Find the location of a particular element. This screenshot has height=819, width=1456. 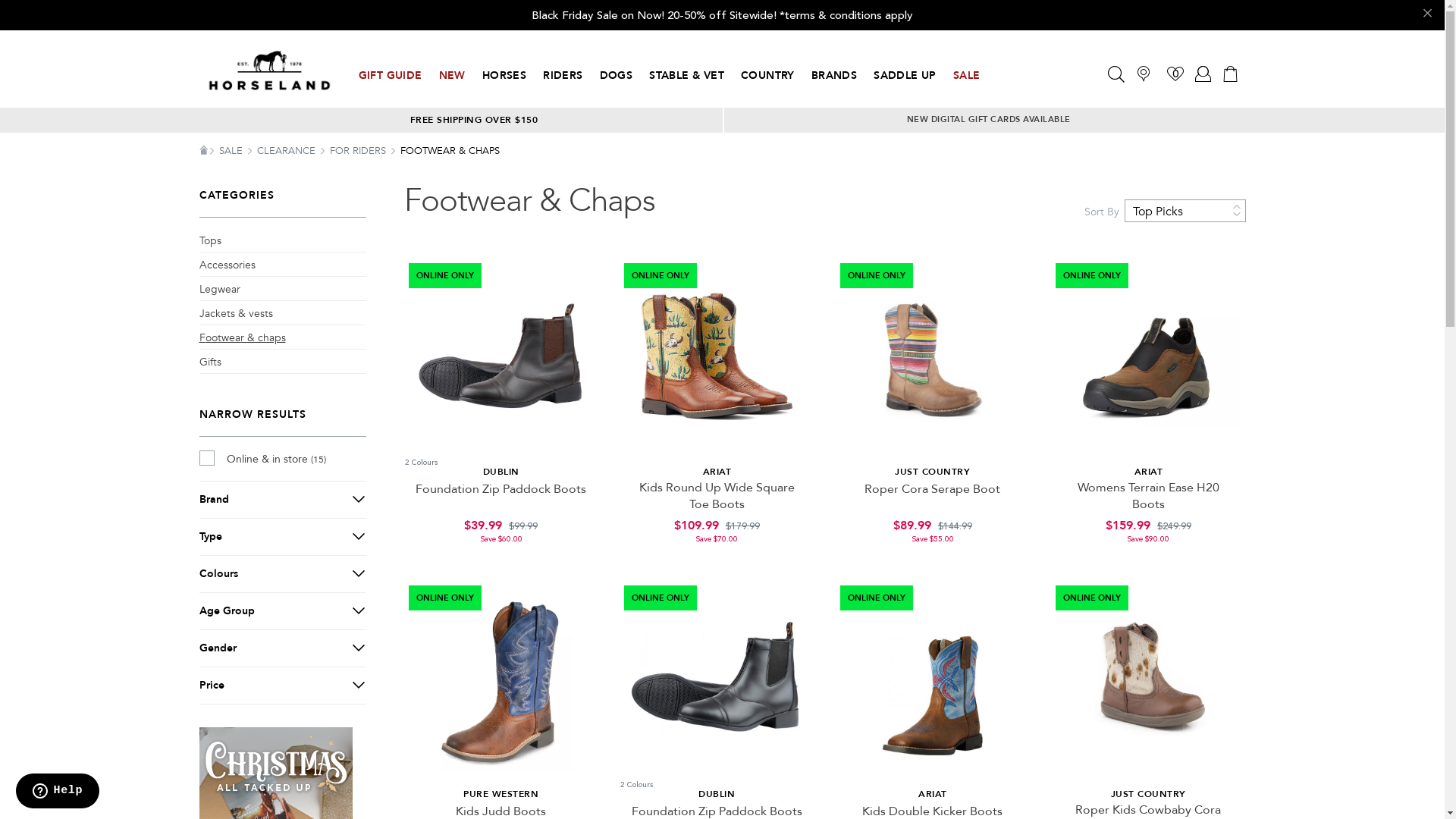

'Footwear & chaps' is located at coordinates (240, 337).